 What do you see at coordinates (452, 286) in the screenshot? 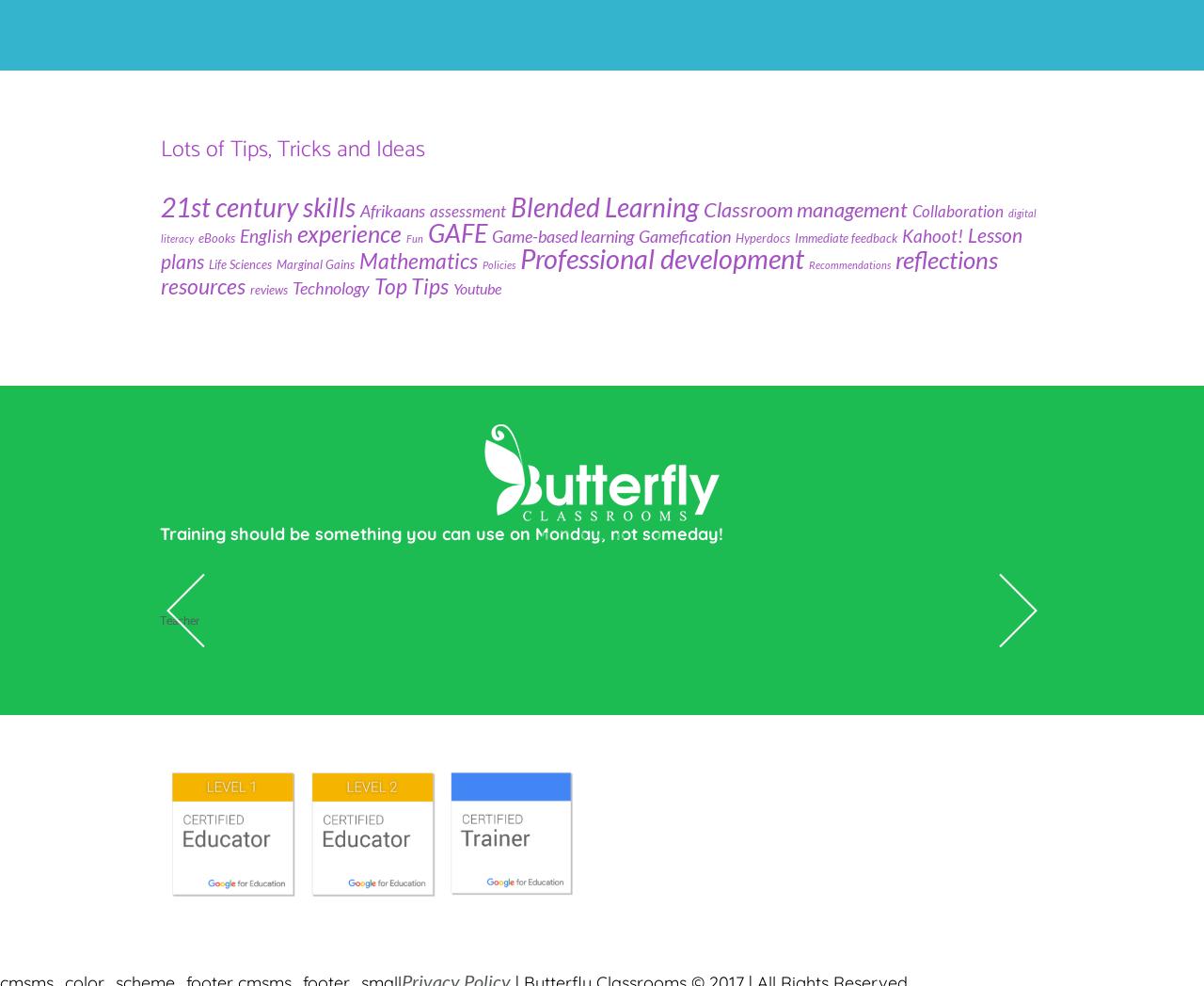
I see `'Youtube'` at bounding box center [452, 286].